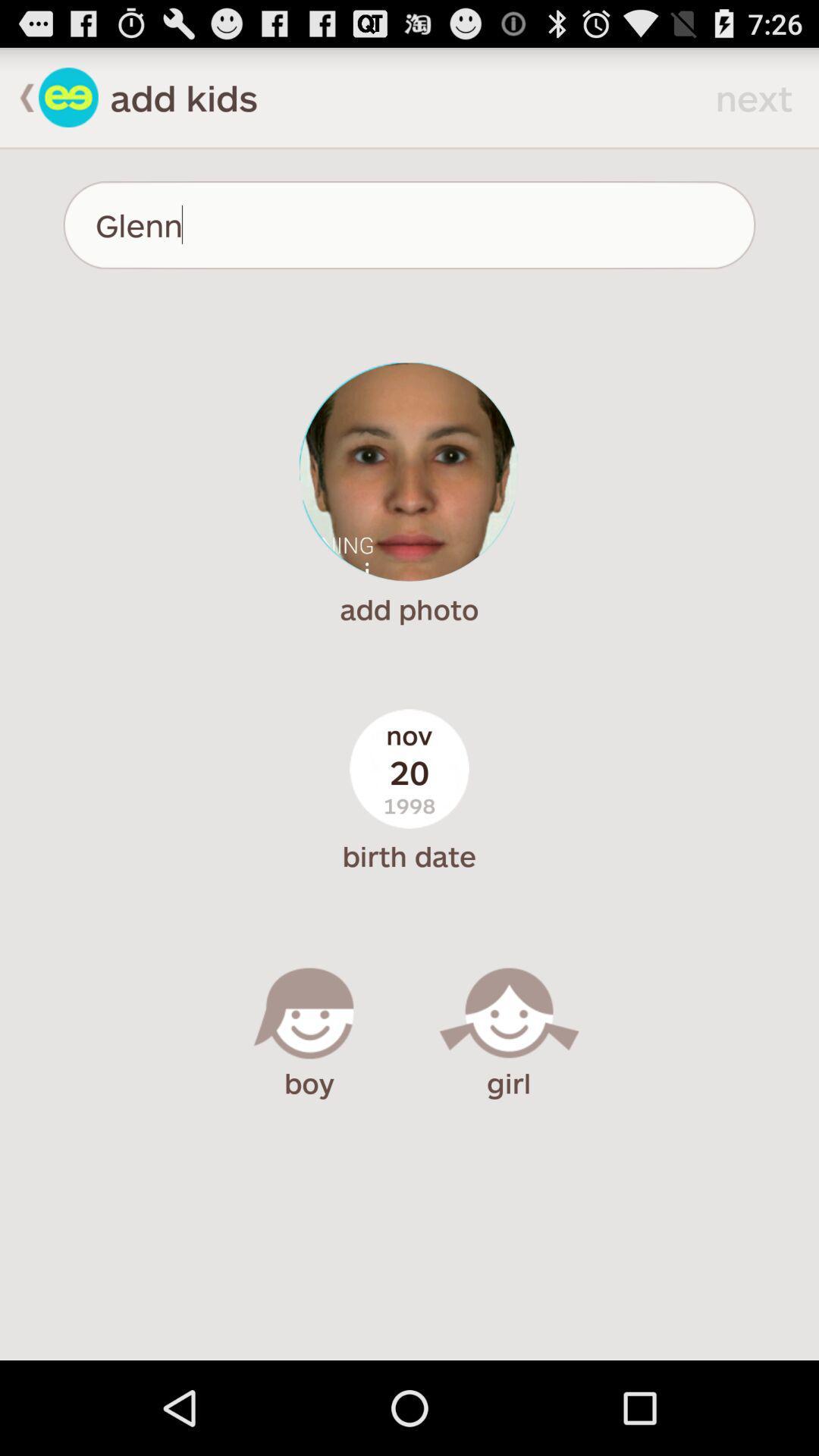 Image resolution: width=819 pixels, height=1456 pixels. What do you see at coordinates (408, 471) in the screenshot?
I see `your own photo` at bounding box center [408, 471].